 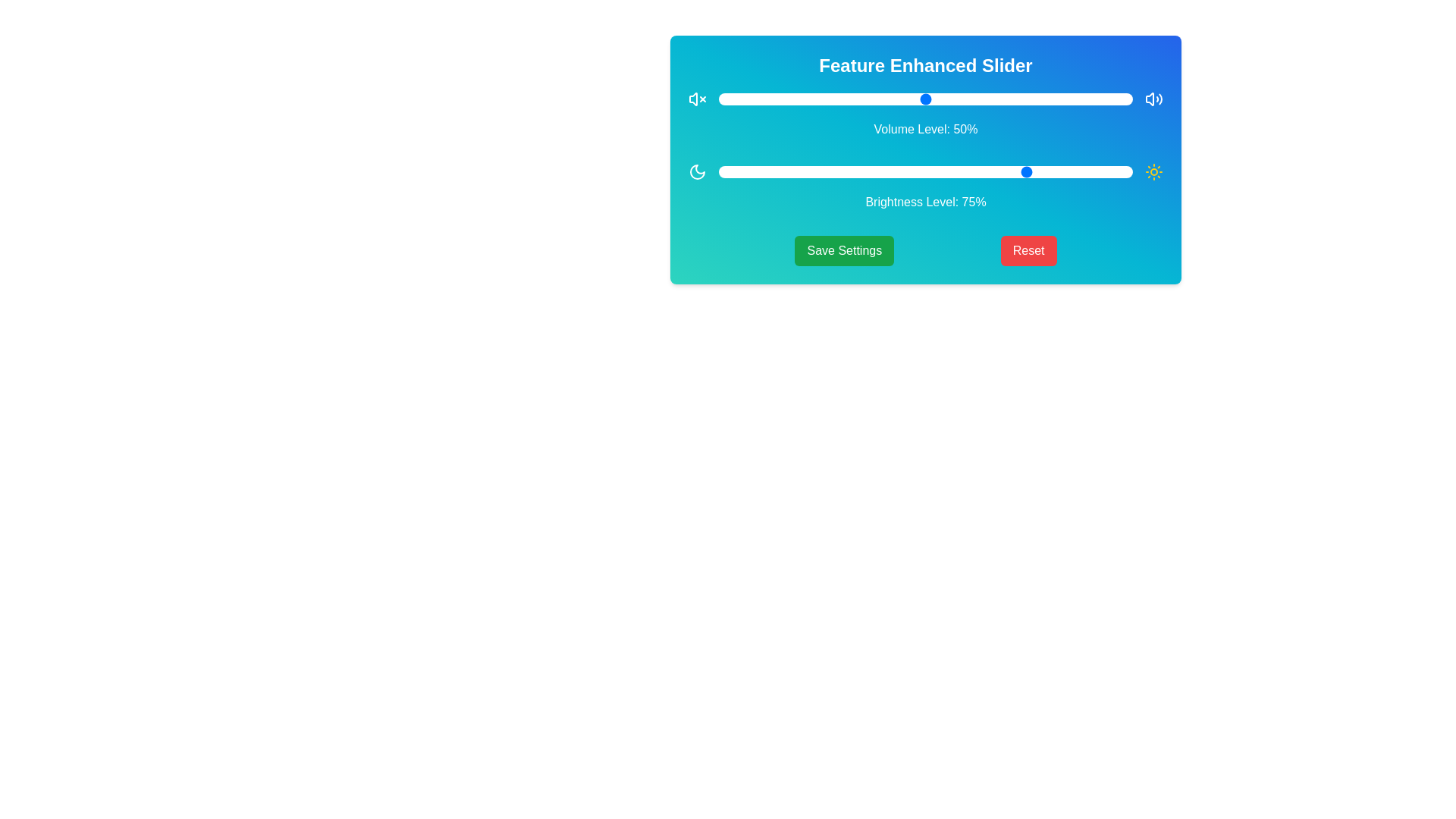 I want to click on brightness level, so click(x=752, y=171).